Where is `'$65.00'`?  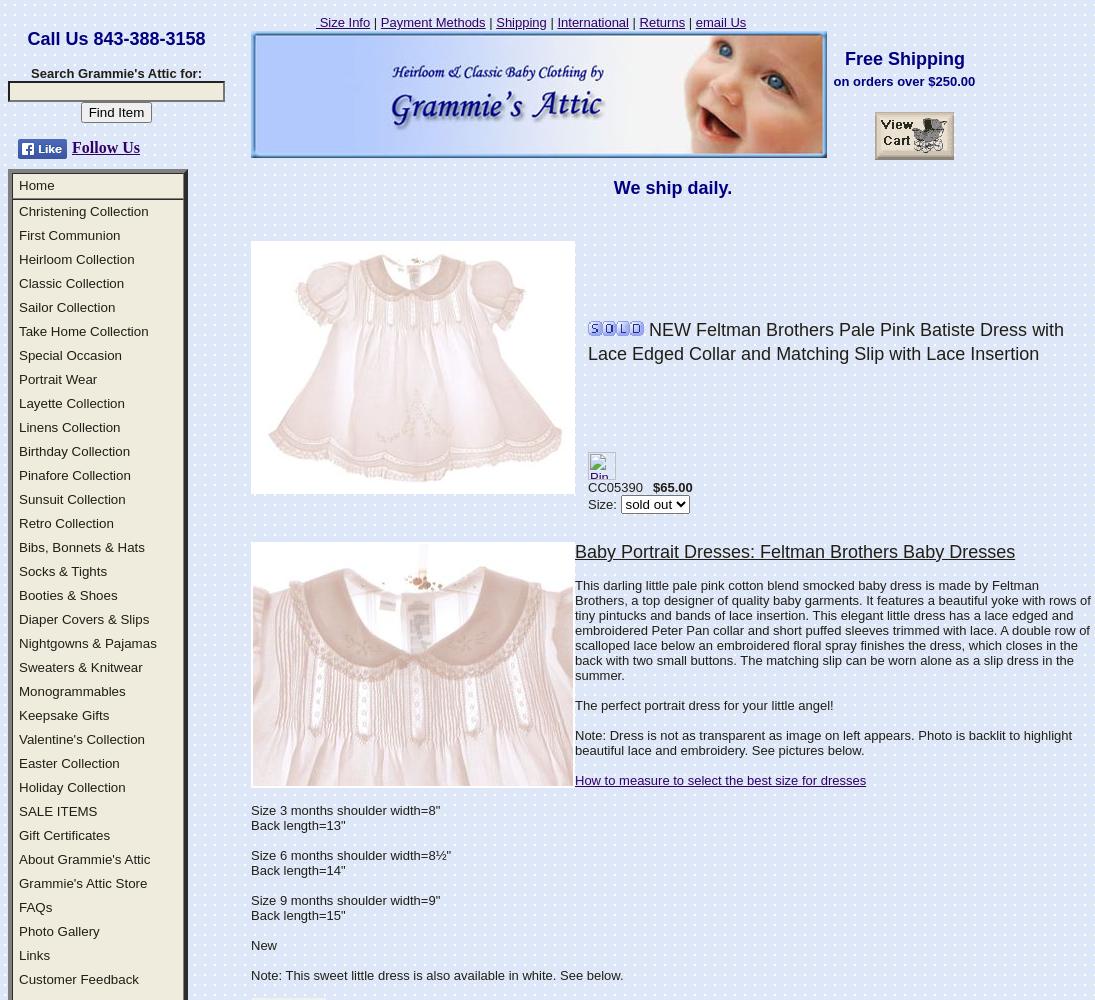
'$65.00' is located at coordinates (651, 486).